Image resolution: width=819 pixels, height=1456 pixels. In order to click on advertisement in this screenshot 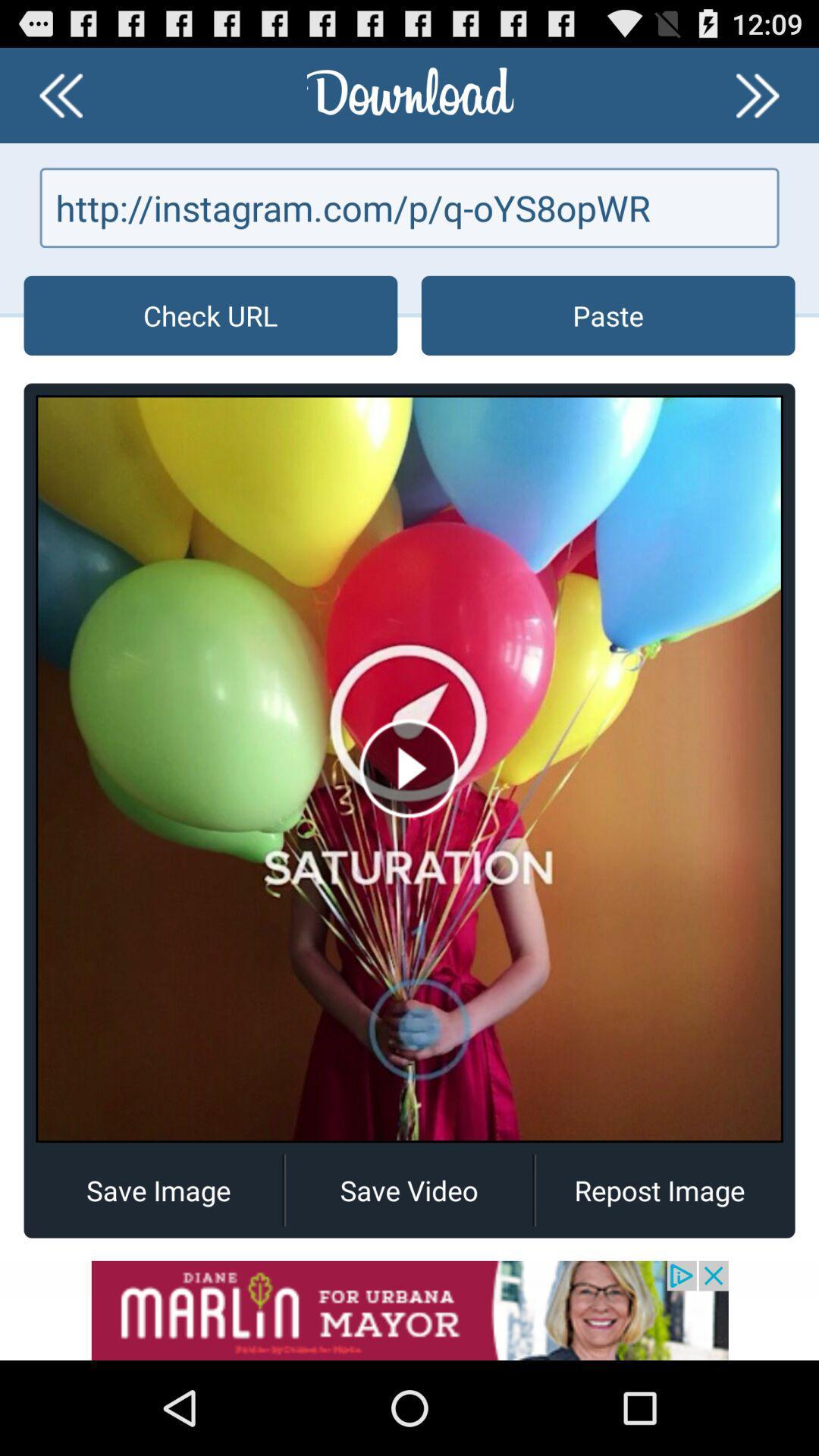, I will do `click(409, 1310)`.